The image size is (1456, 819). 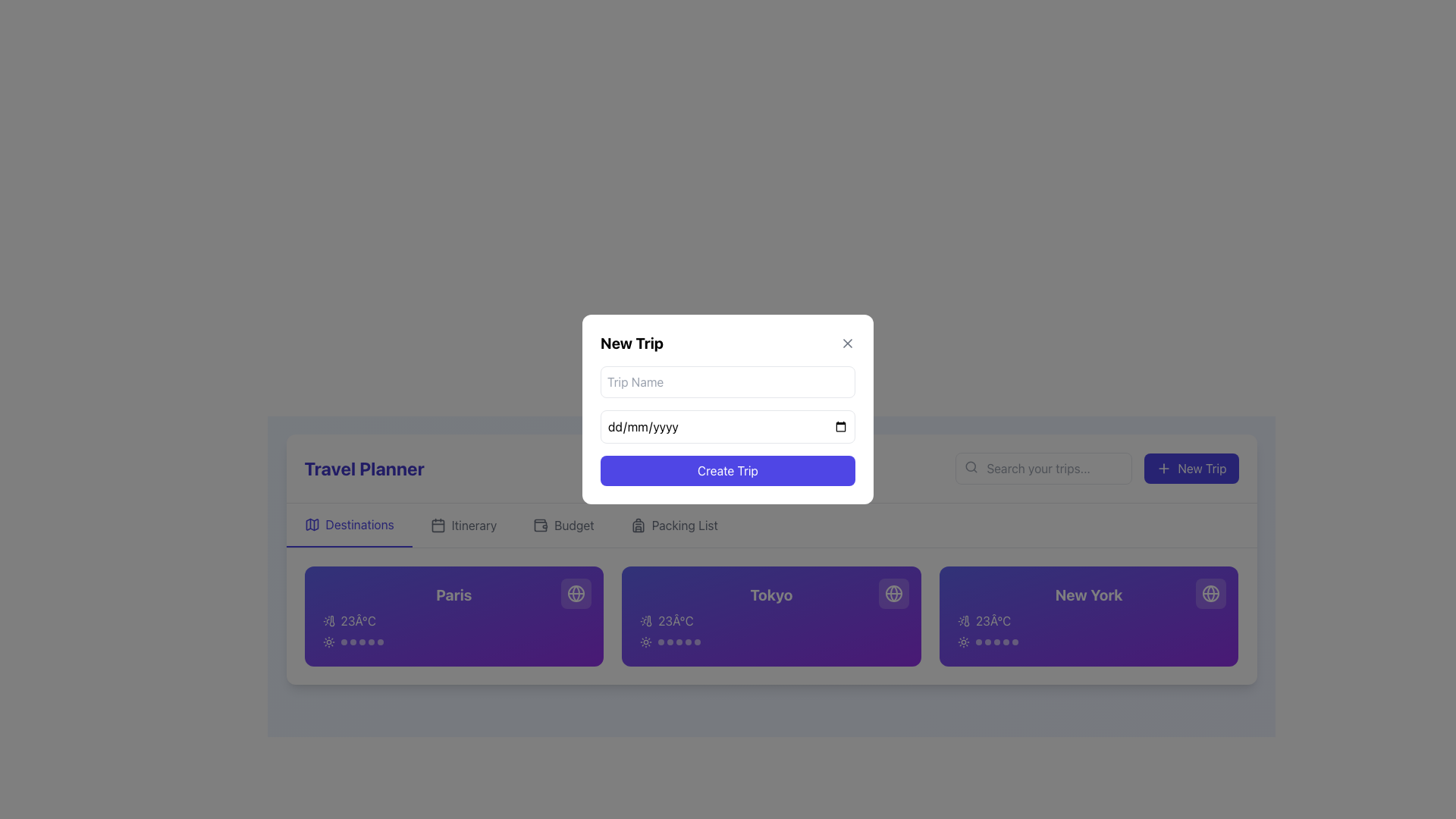 I want to click on the globe icon button located at the top-right corner of the purple card displaying 'New York' and '23°C', so click(x=1210, y=593).